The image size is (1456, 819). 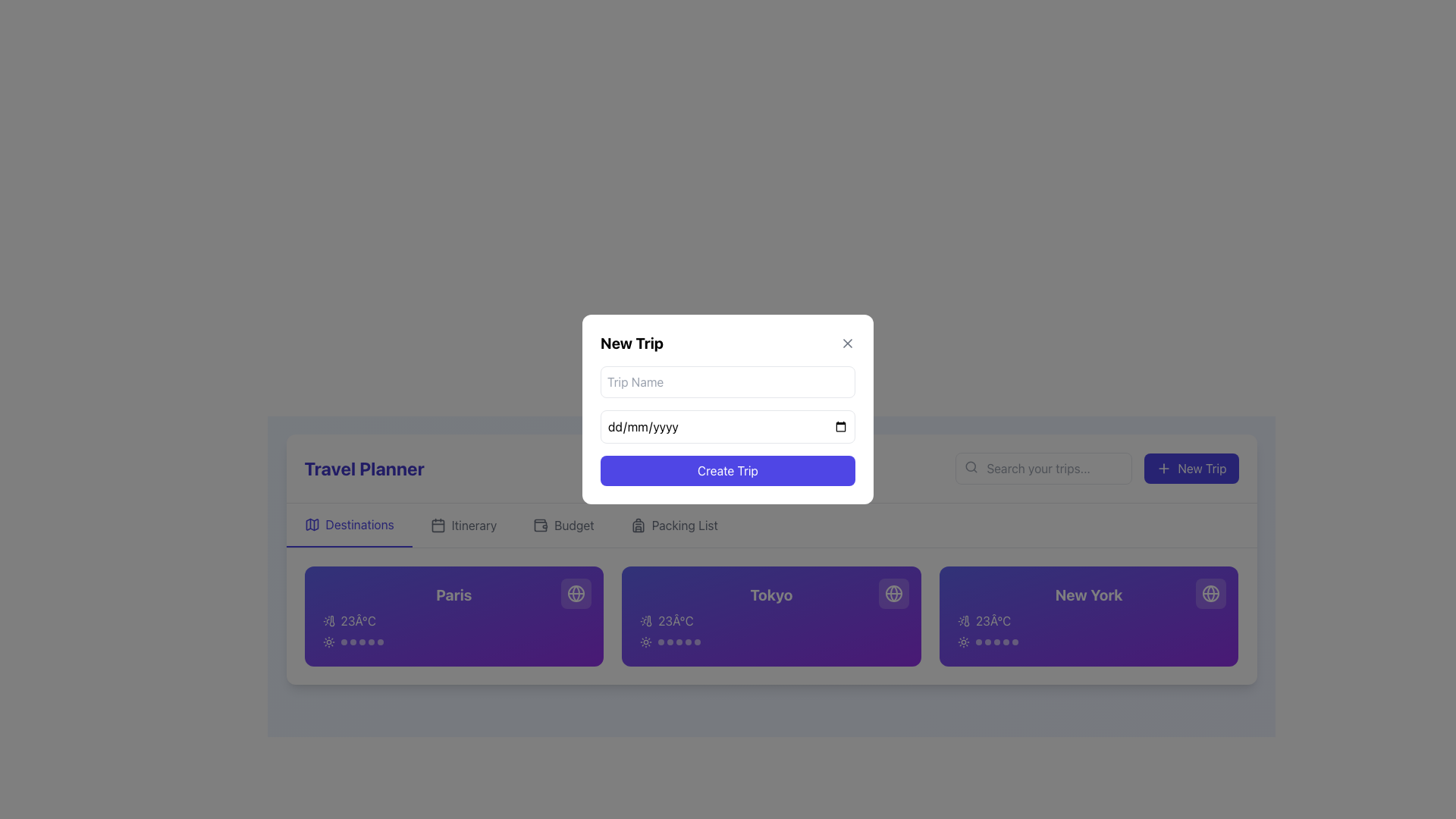 I want to click on the globe icon button located at the top-right corner of the purple card displaying 'New York' and '23°C', so click(x=1210, y=593).